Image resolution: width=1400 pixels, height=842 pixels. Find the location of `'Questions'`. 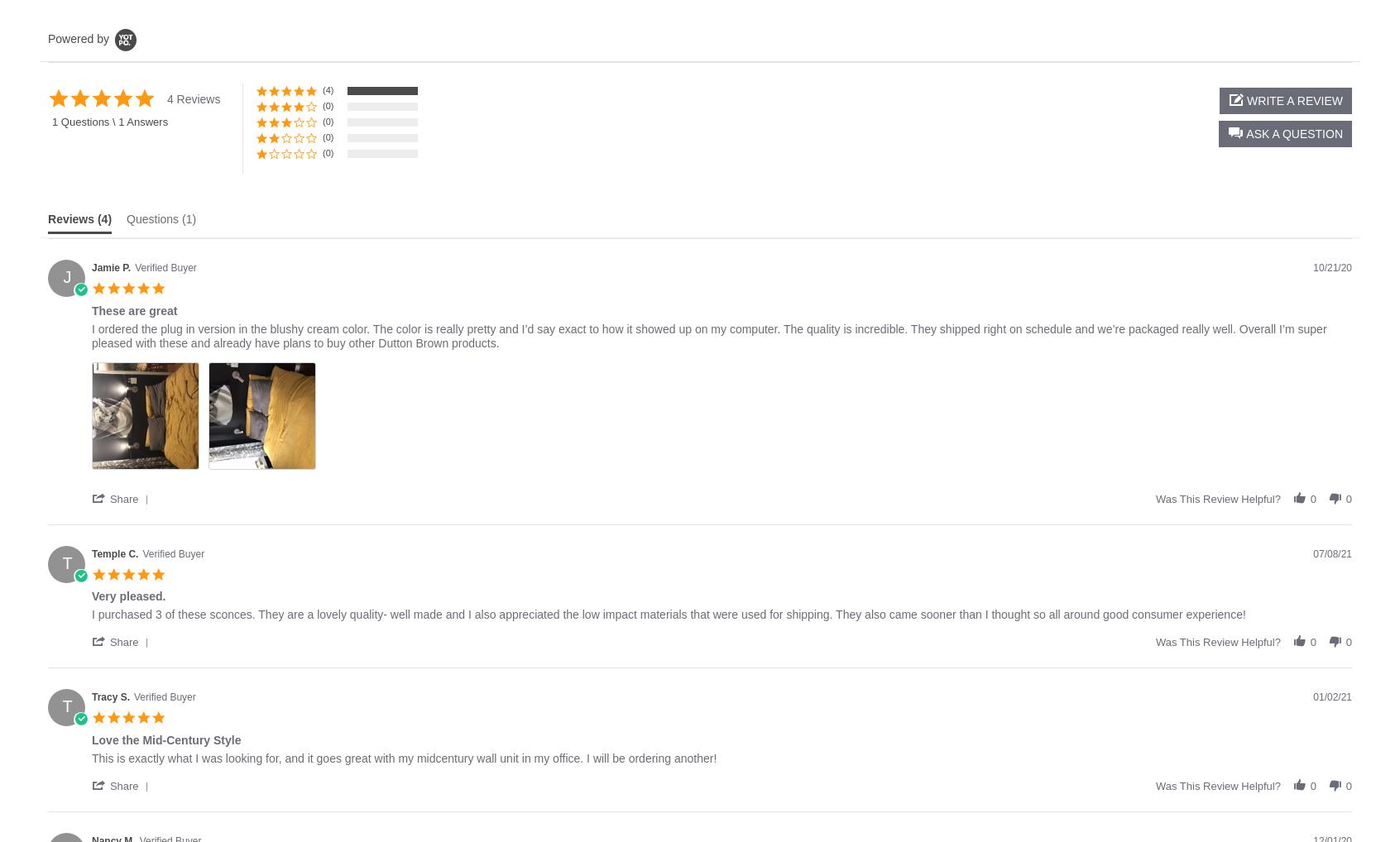

'Questions' is located at coordinates (151, 218).